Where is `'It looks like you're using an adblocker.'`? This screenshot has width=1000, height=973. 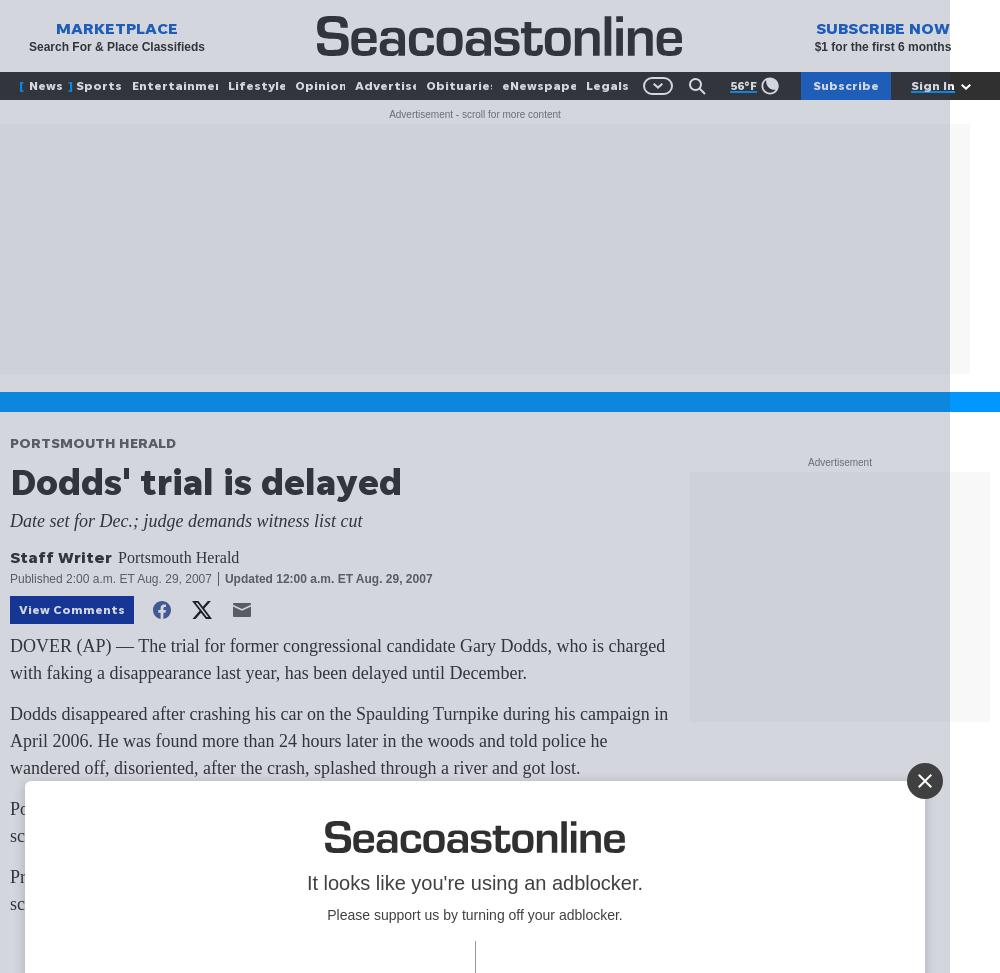
'It looks like you're using an adblocker.' is located at coordinates (473, 882).